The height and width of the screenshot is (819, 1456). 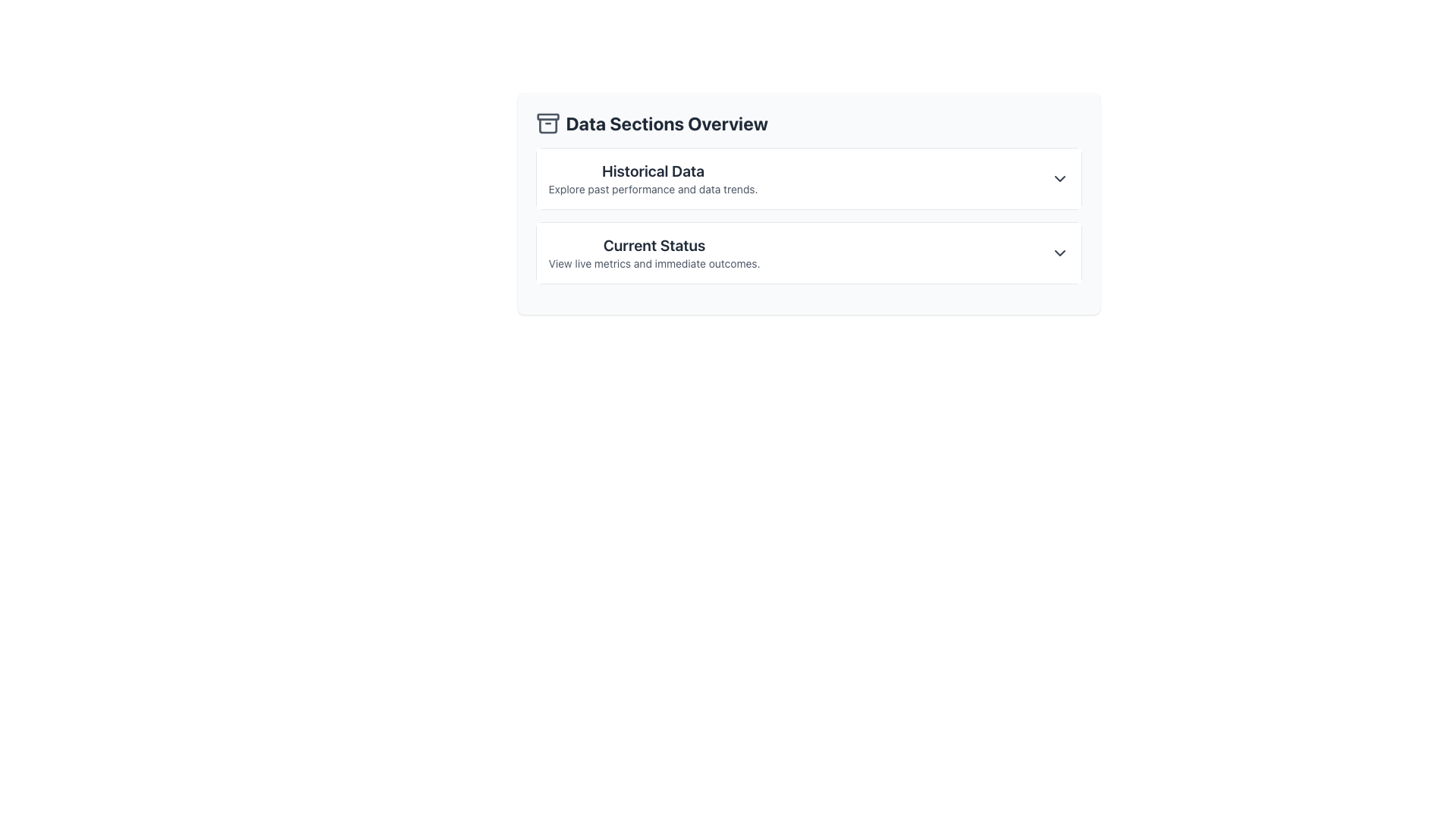 What do you see at coordinates (654, 262) in the screenshot?
I see `the text element that reads 'View live metrics and immediate outcomes,' which is styled with a small-sized gray font and positioned below the heading 'Current Status.'` at bounding box center [654, 262].